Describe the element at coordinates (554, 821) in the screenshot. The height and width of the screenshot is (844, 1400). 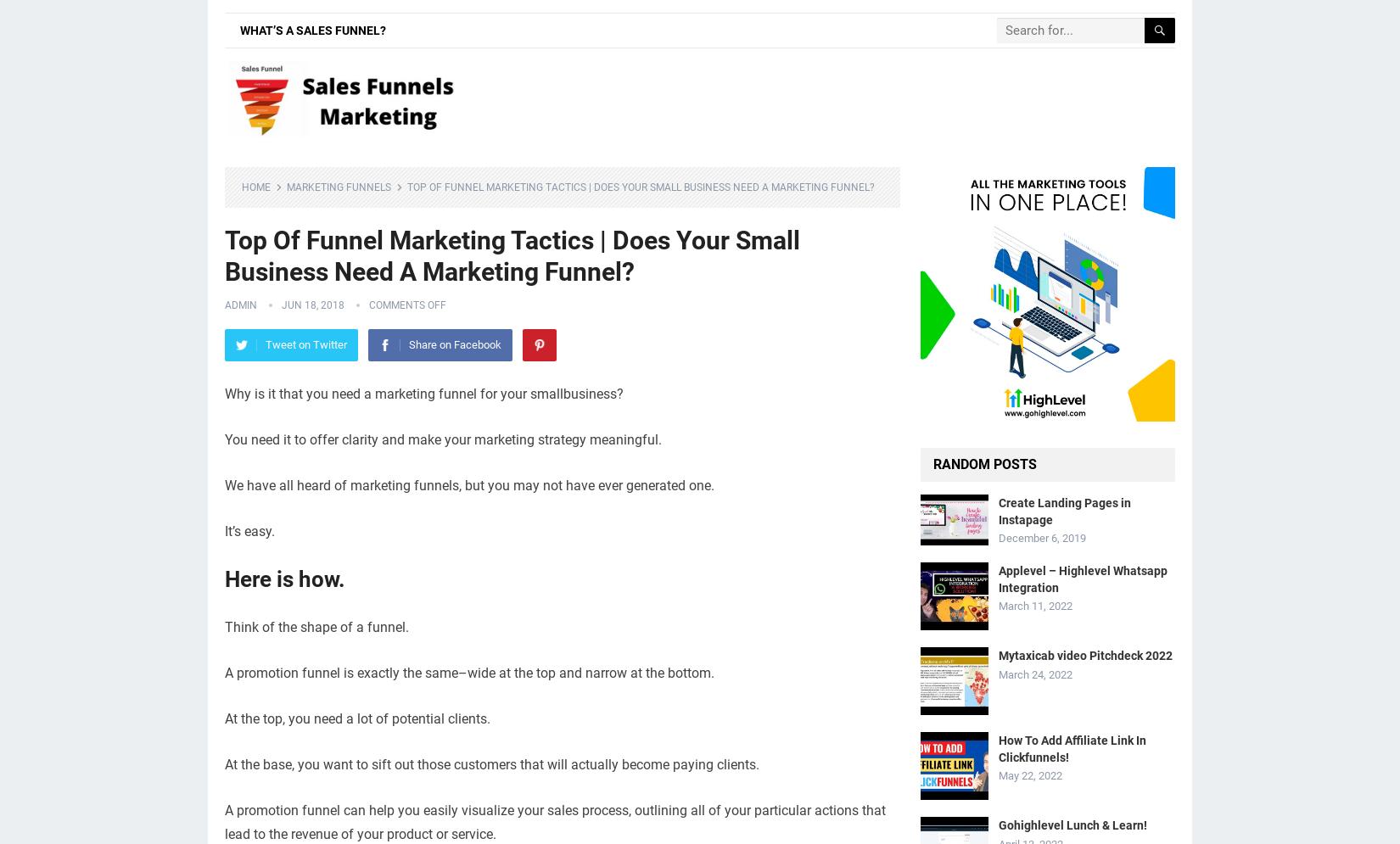
I see `'A promotion funnel can help you easily visualize your sales process, outlining all of your particular actions that lead to the revenue of your product or service.'` at that location.